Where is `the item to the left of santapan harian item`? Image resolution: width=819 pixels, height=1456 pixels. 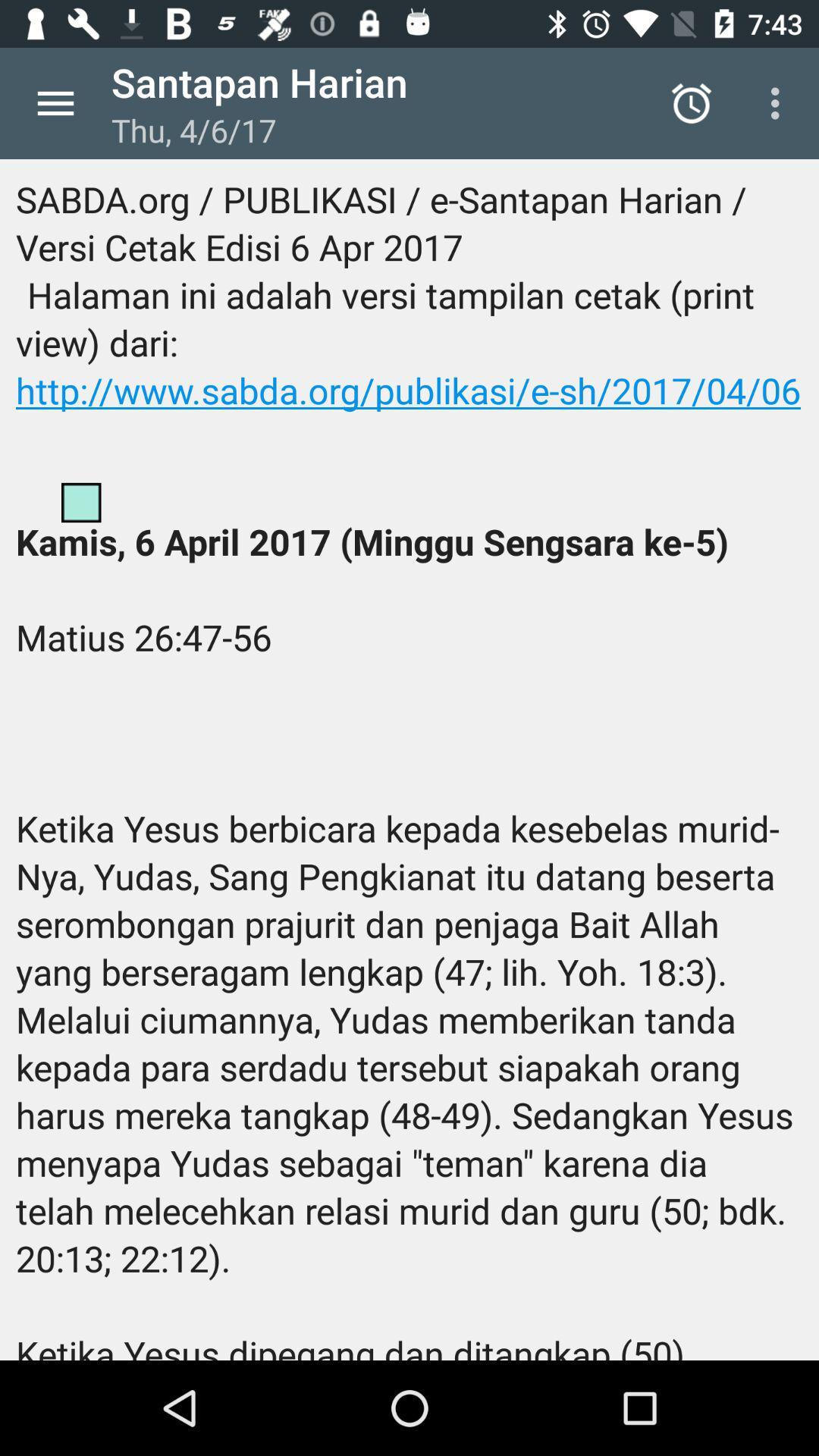 the item to the left of santapan harian item is located at coordinates (55, 102).